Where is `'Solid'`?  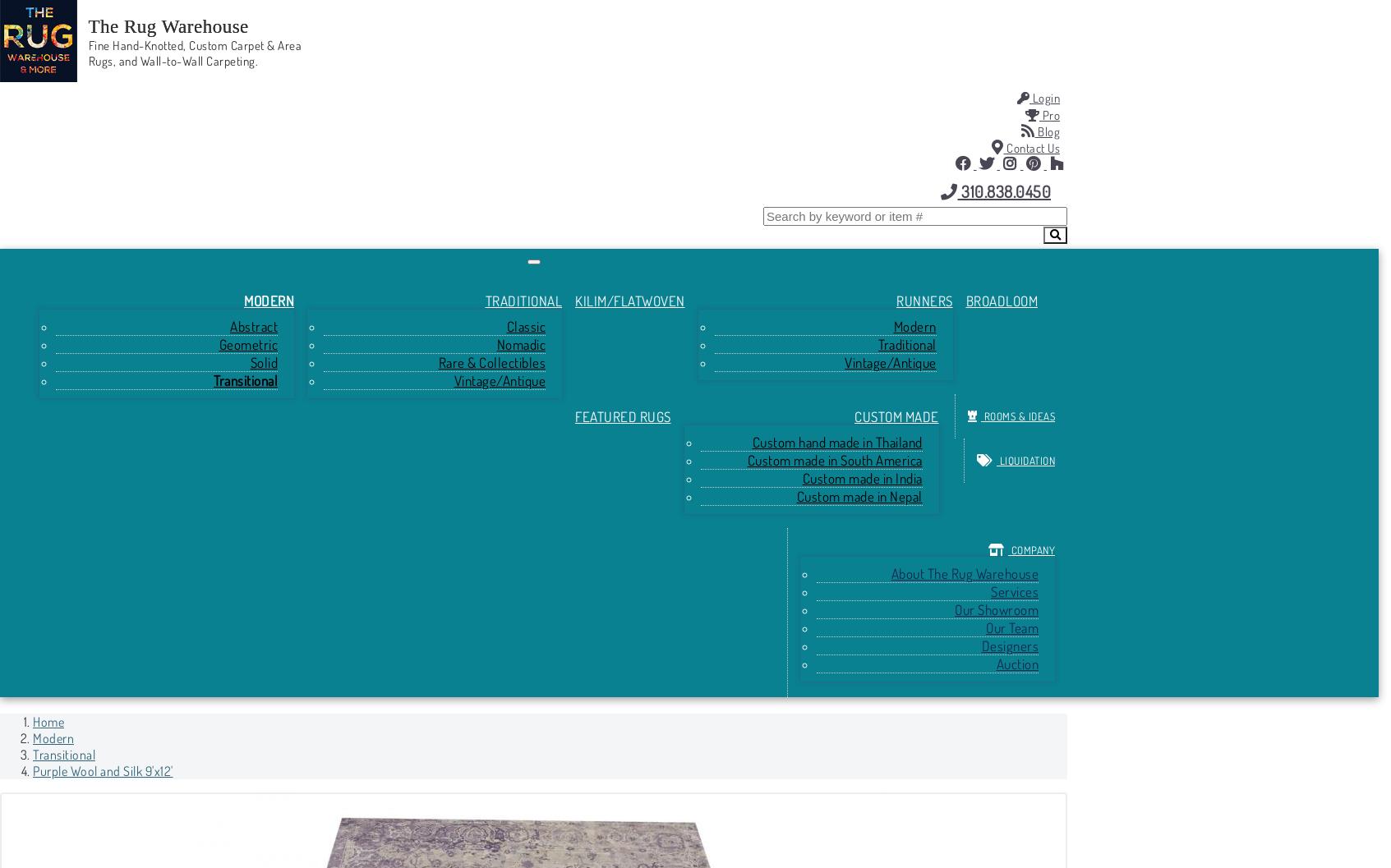
'Solid' is located at coordinates (262, 361).